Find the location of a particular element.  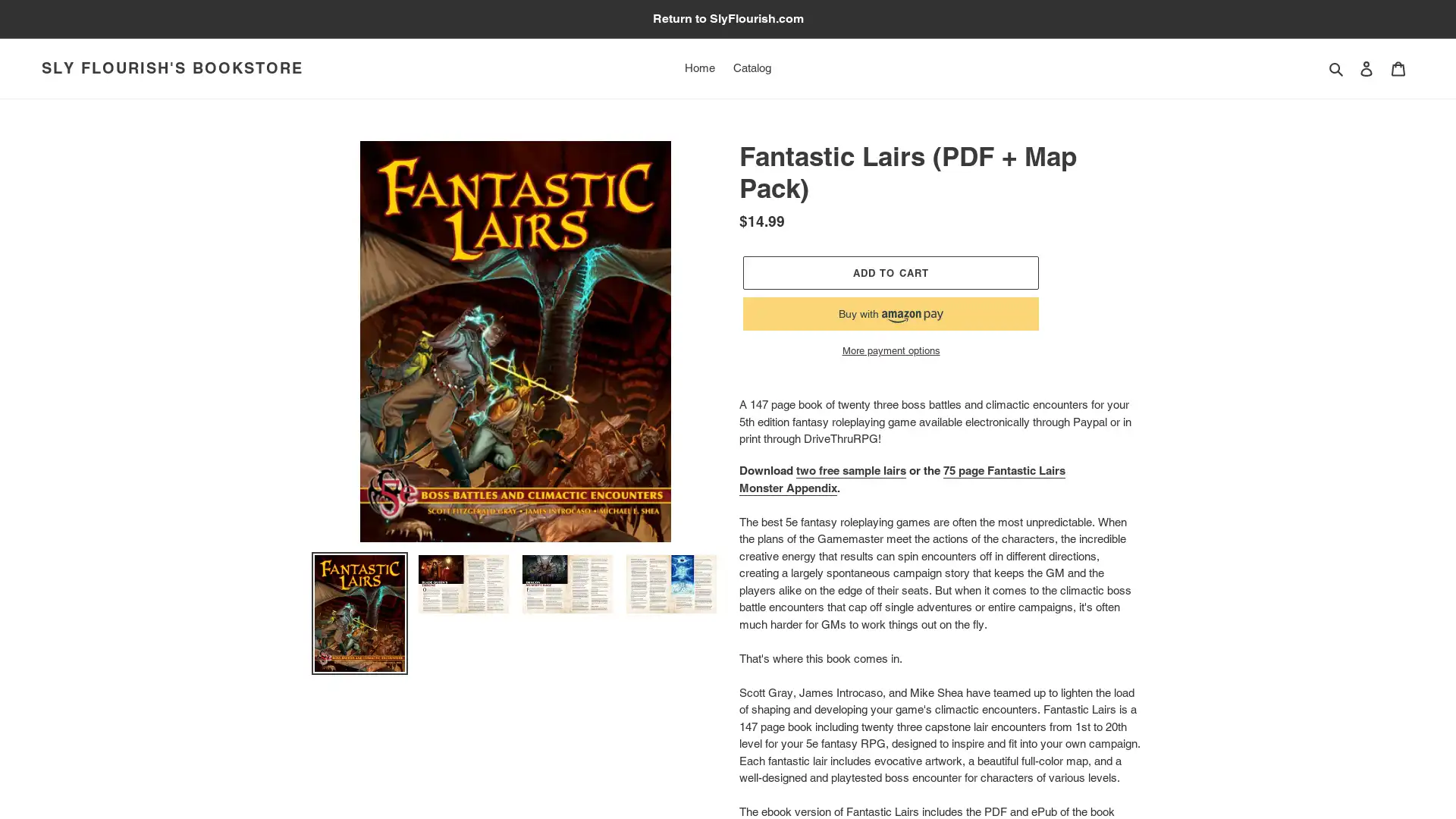

More payment options is located at coordinates (891, 350).